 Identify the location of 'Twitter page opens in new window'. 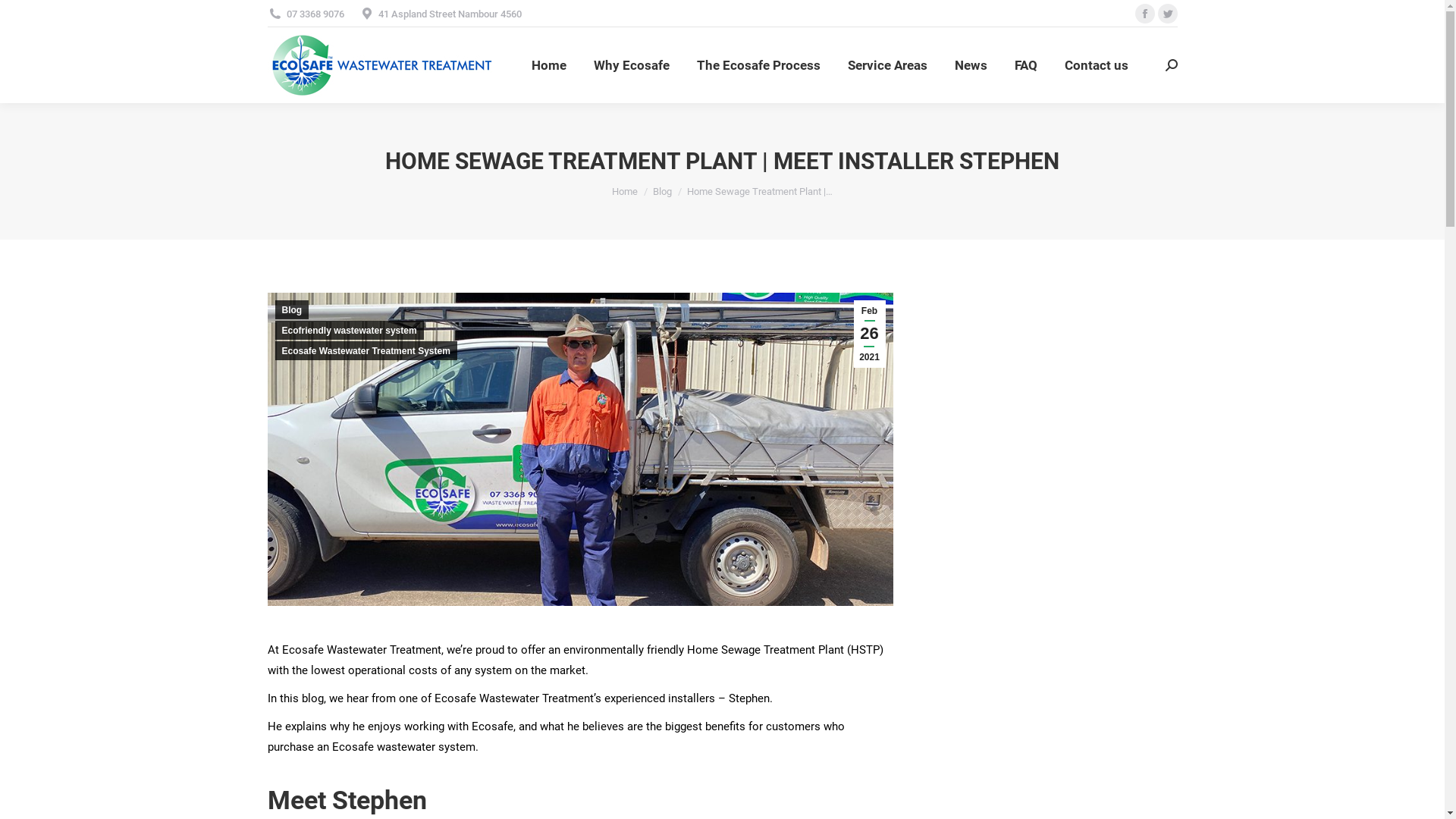
(1156, 14).